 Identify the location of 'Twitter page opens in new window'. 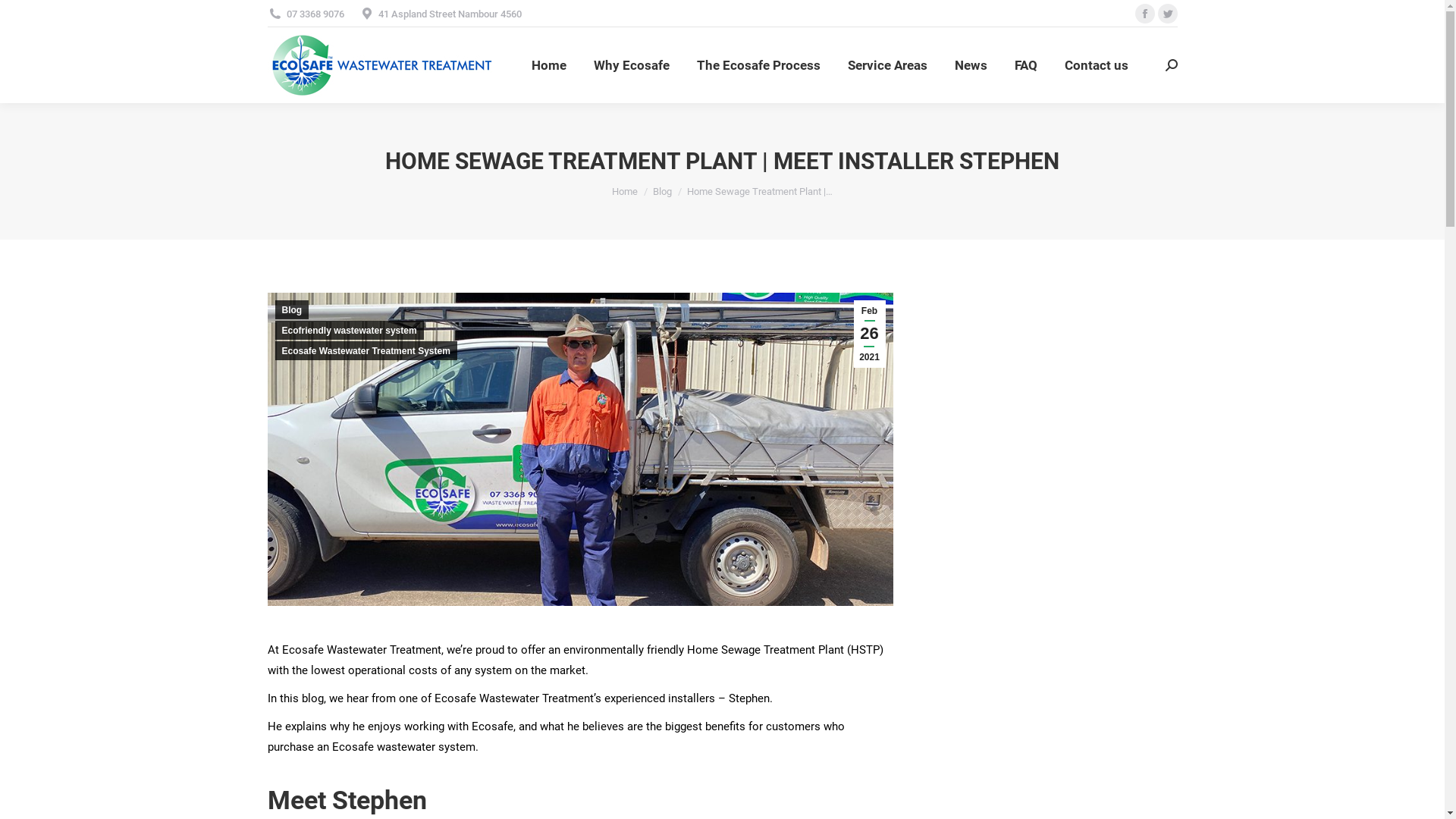
(1156, 14).